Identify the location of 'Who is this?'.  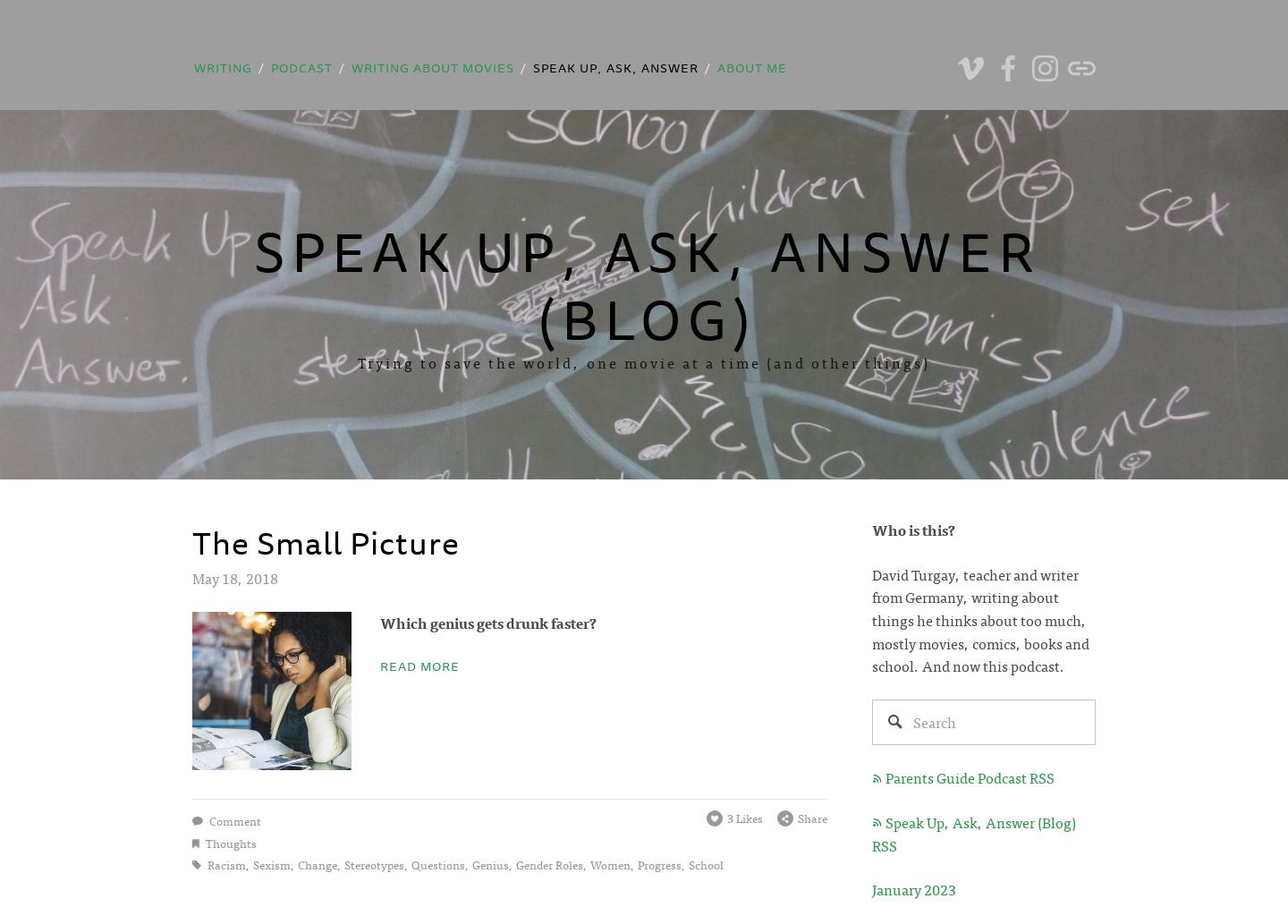
(913, 529).